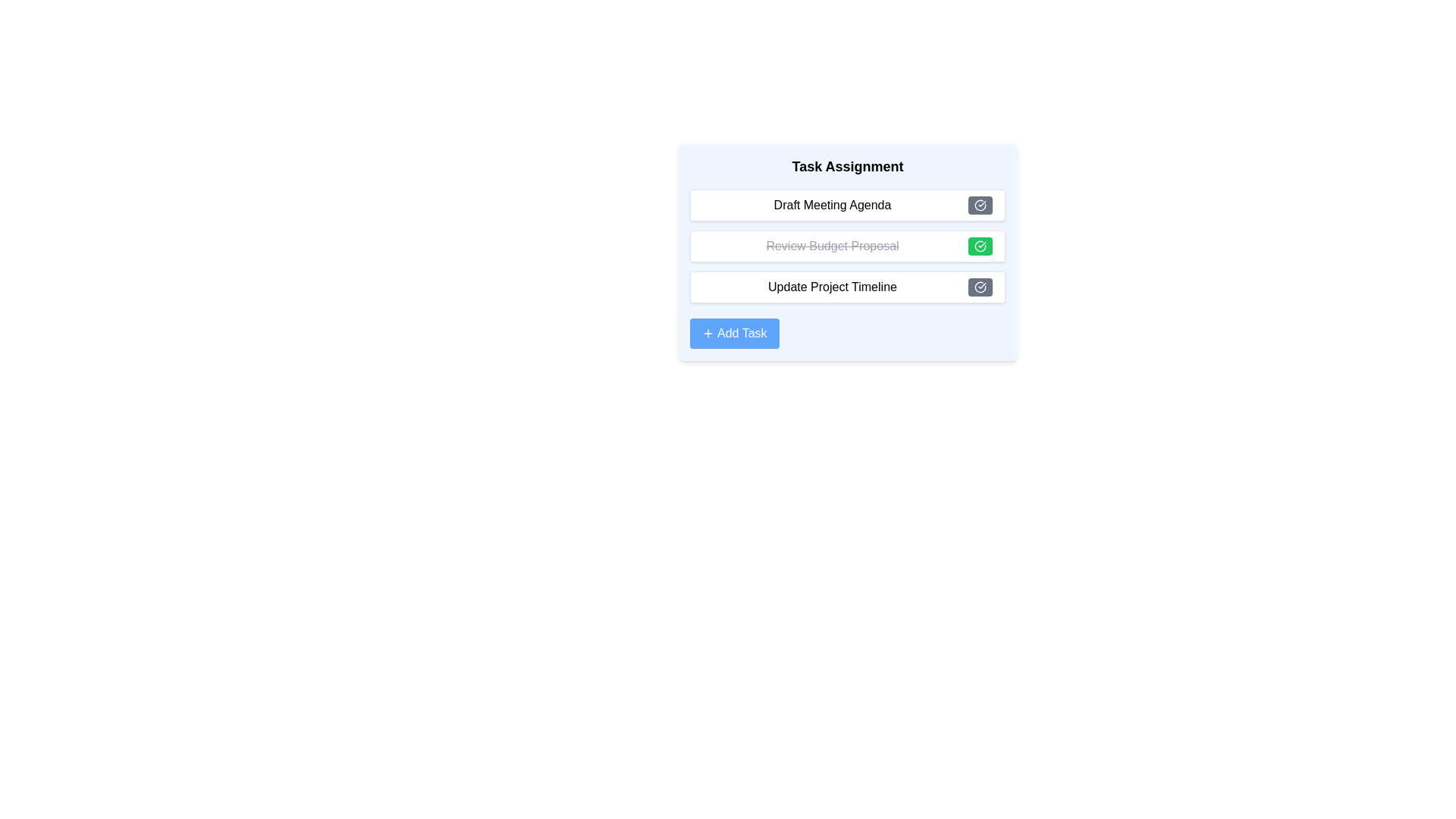 This screenshot has height=819, width=1456. Describe the element at coordinates (980, 245) in the screenshot. I see `toggle button for the task identified by Review Budget Proposal` at that location.